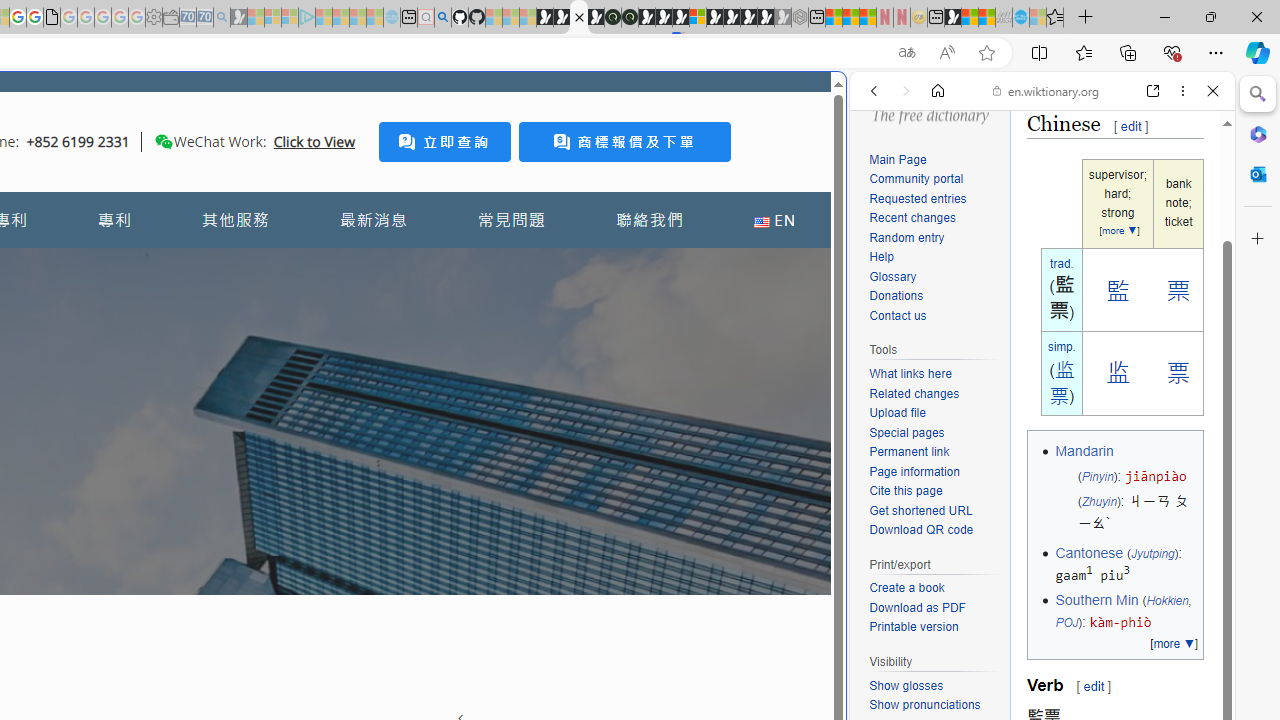 This screenshot has width=1280, height=720. Describe the element at coordinates (1092, 227) in the screenshot. I see `'SEARCH TOOLS'` at that location.